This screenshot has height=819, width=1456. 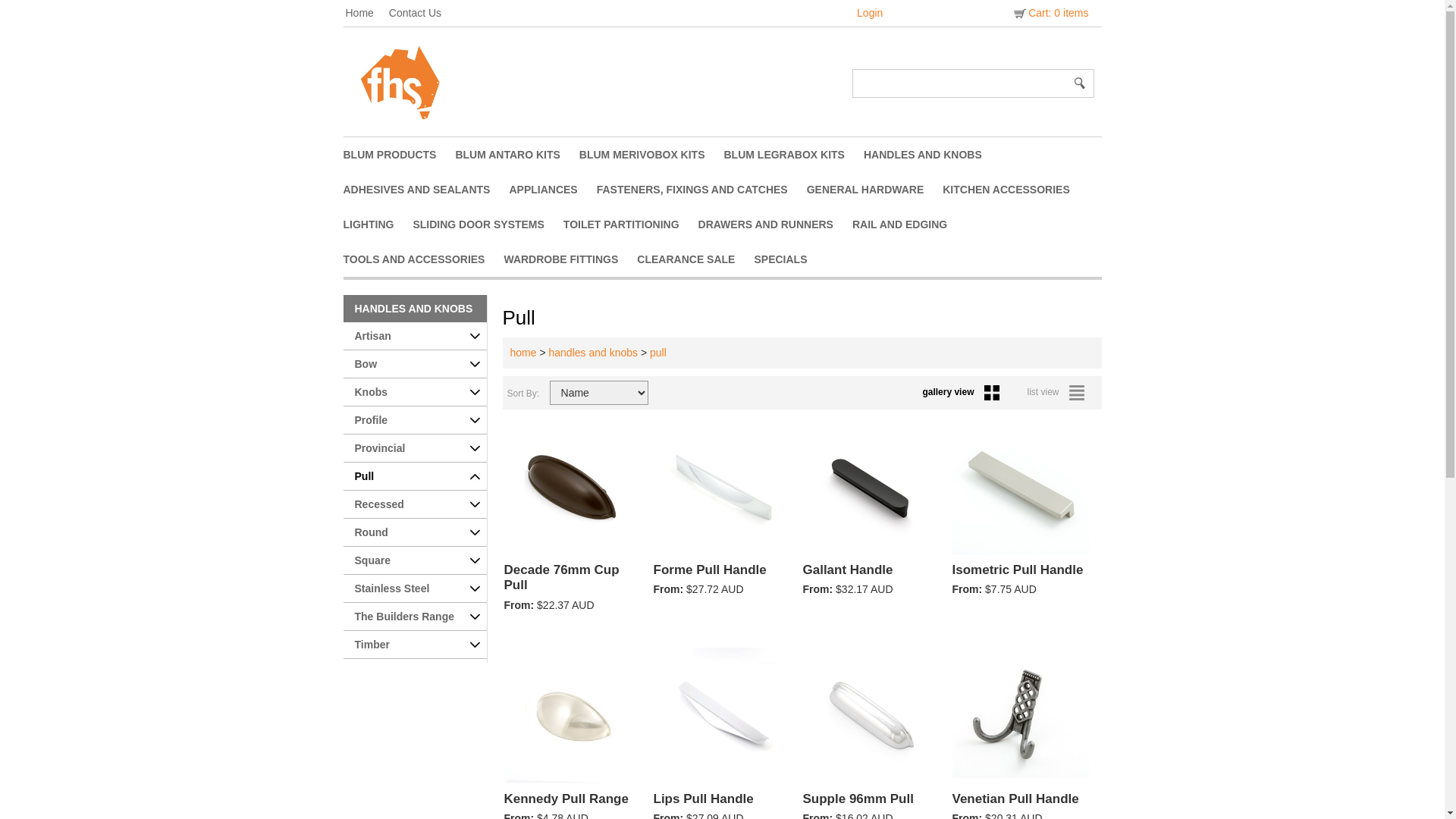 What do you see at coordinates (789, 259) in the screenshot?
I see `'SPECIALS'` at bounding box center [789, 259].